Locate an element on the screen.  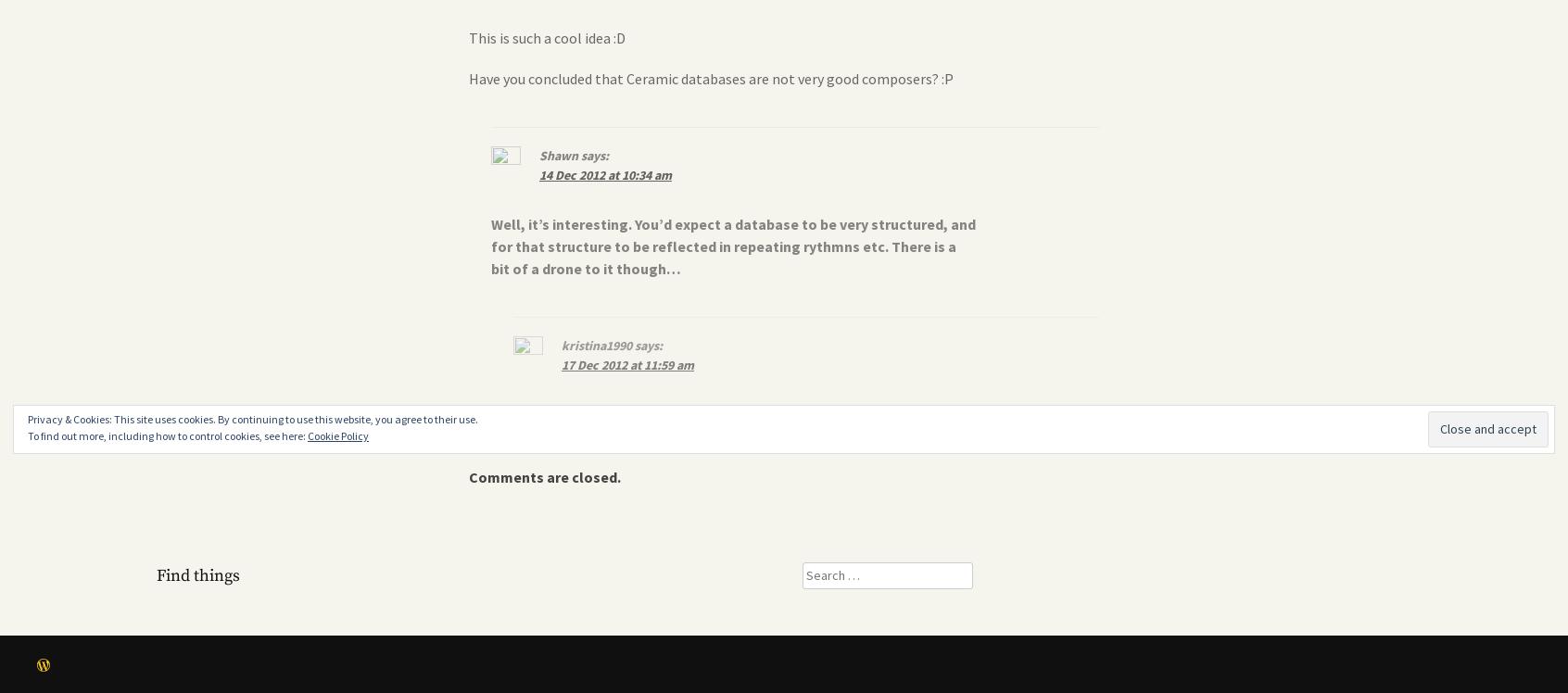
'To find out more, including how to control cookies, see here:' is located at coordinates (167, 435).